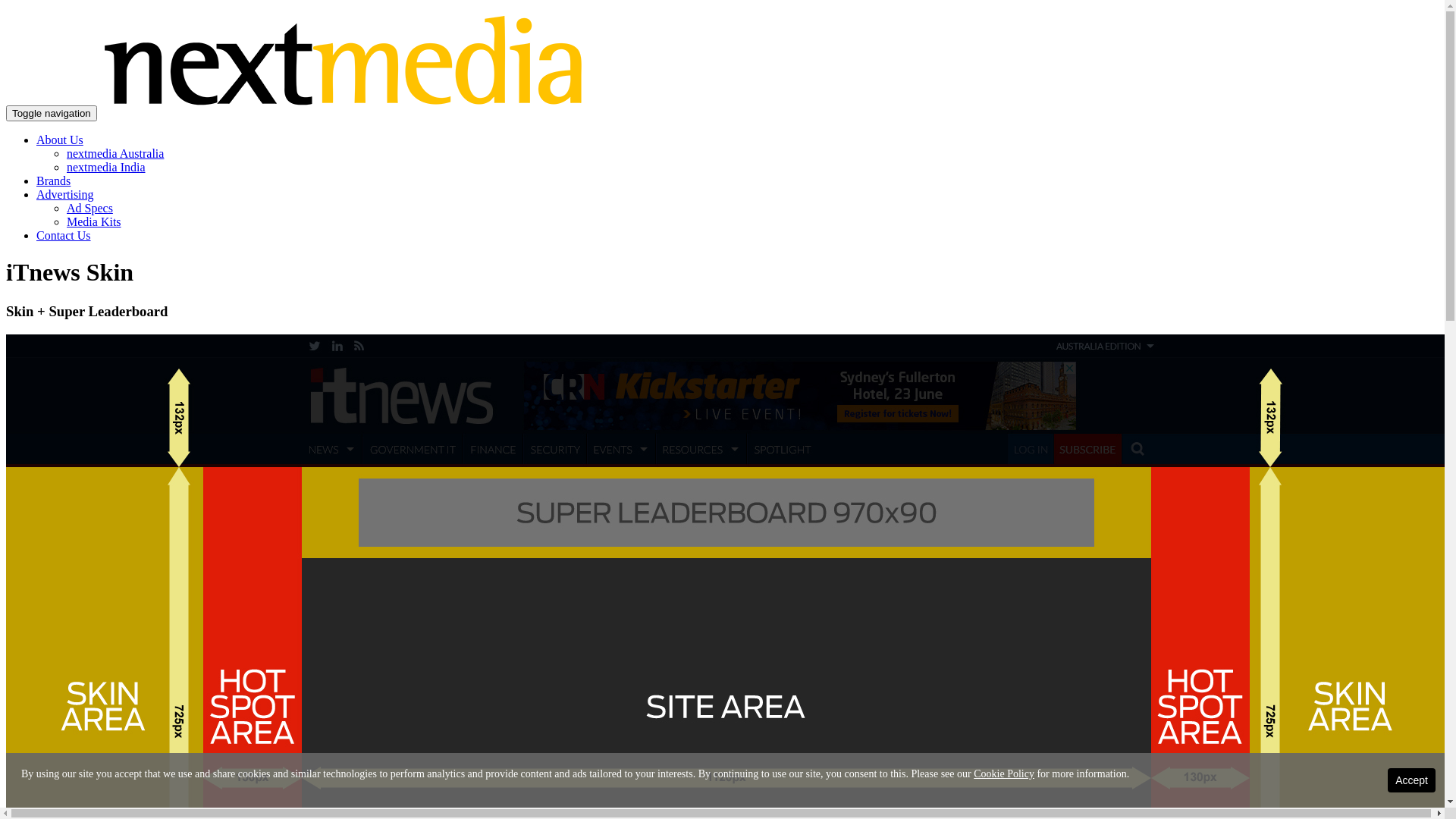 Image resolution: width=1456 pixels, height=819 pixels. What do you see at coordinates (64, 193) in the screenshot?
I see `'Advertising'` at bounding box center [64, 193].